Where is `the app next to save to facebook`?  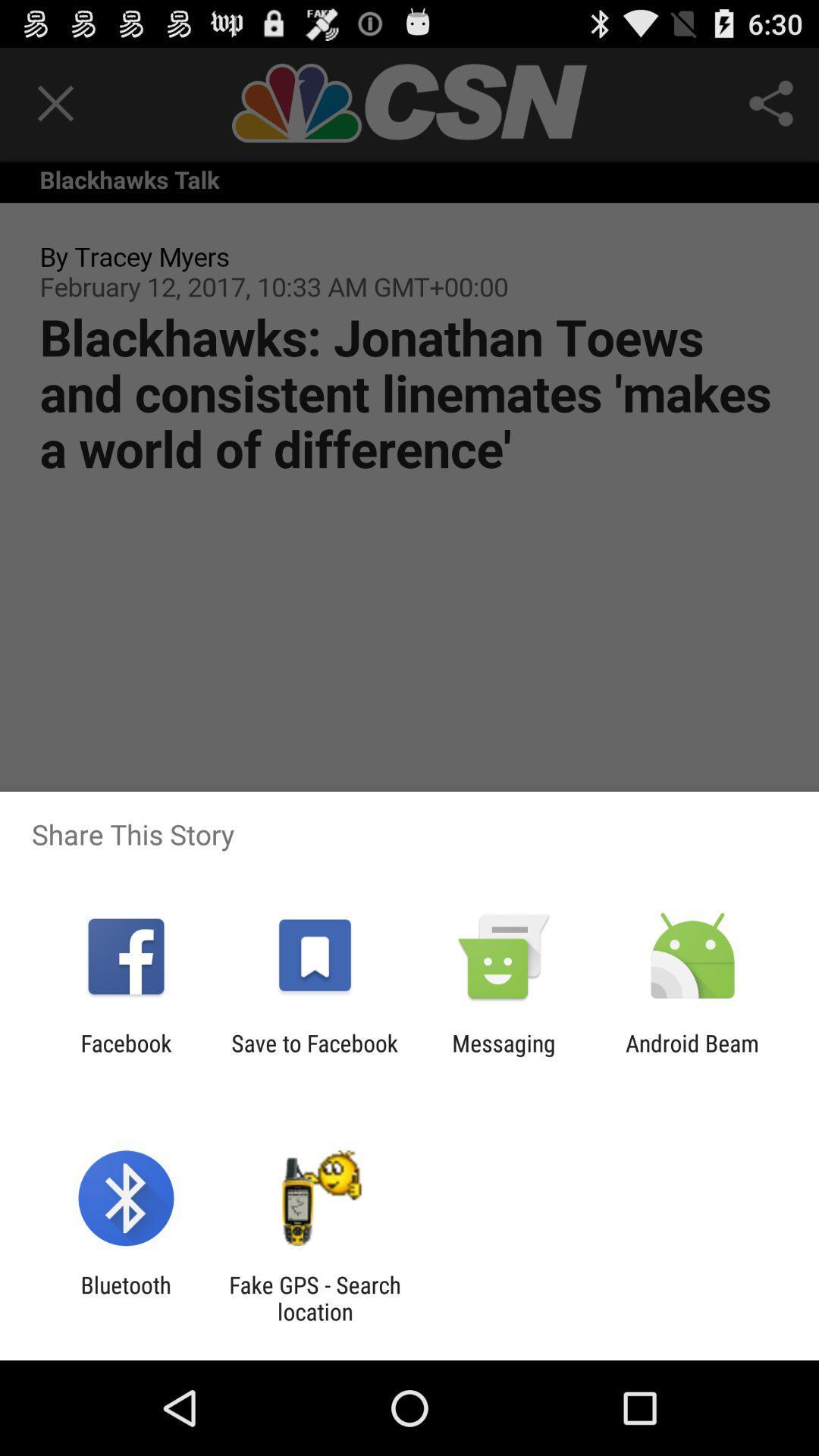 the app next to save to facebook is located at coordinates (504, 1056).